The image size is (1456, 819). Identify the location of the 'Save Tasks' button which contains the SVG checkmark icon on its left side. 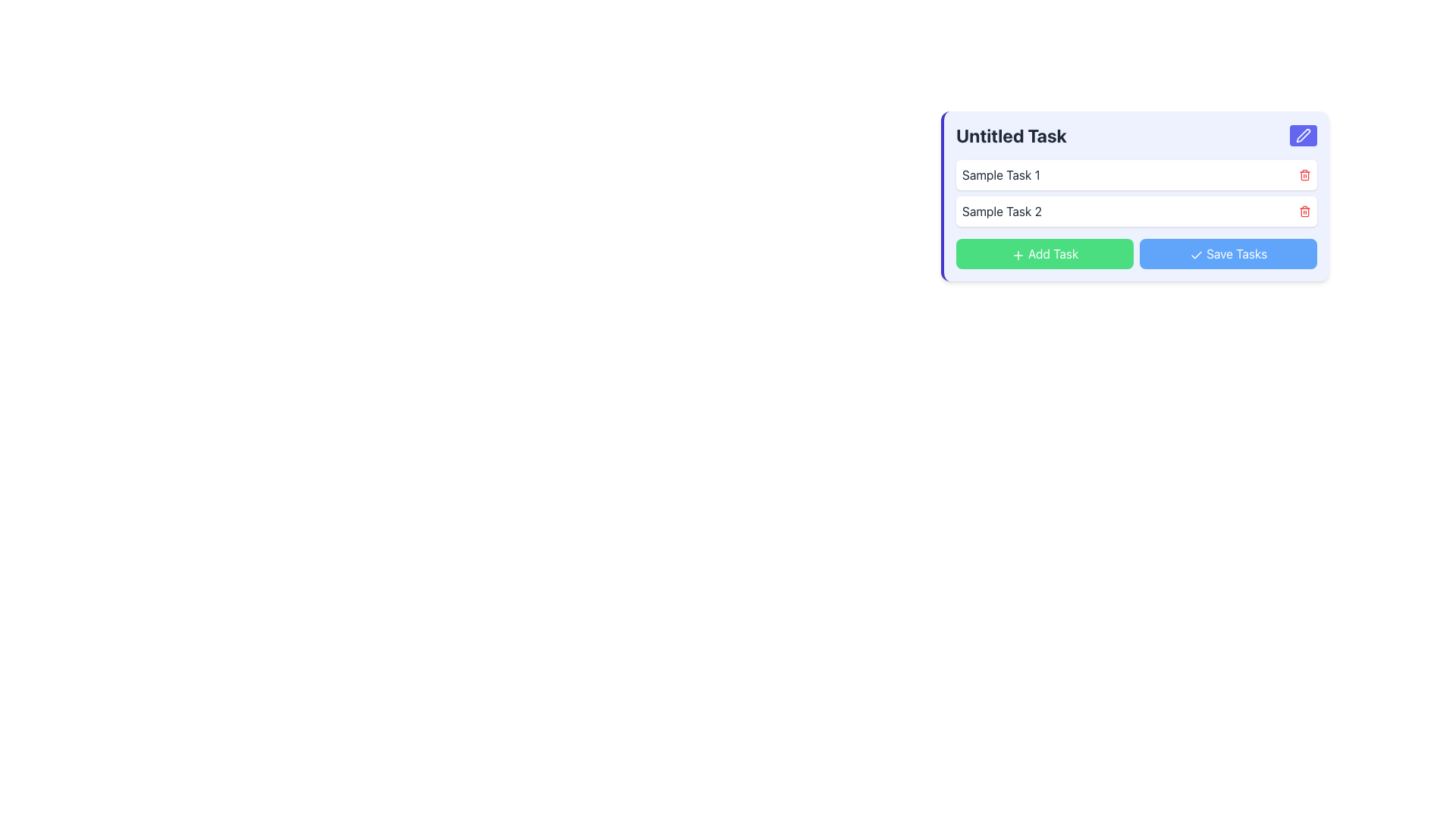
(1195, 254).